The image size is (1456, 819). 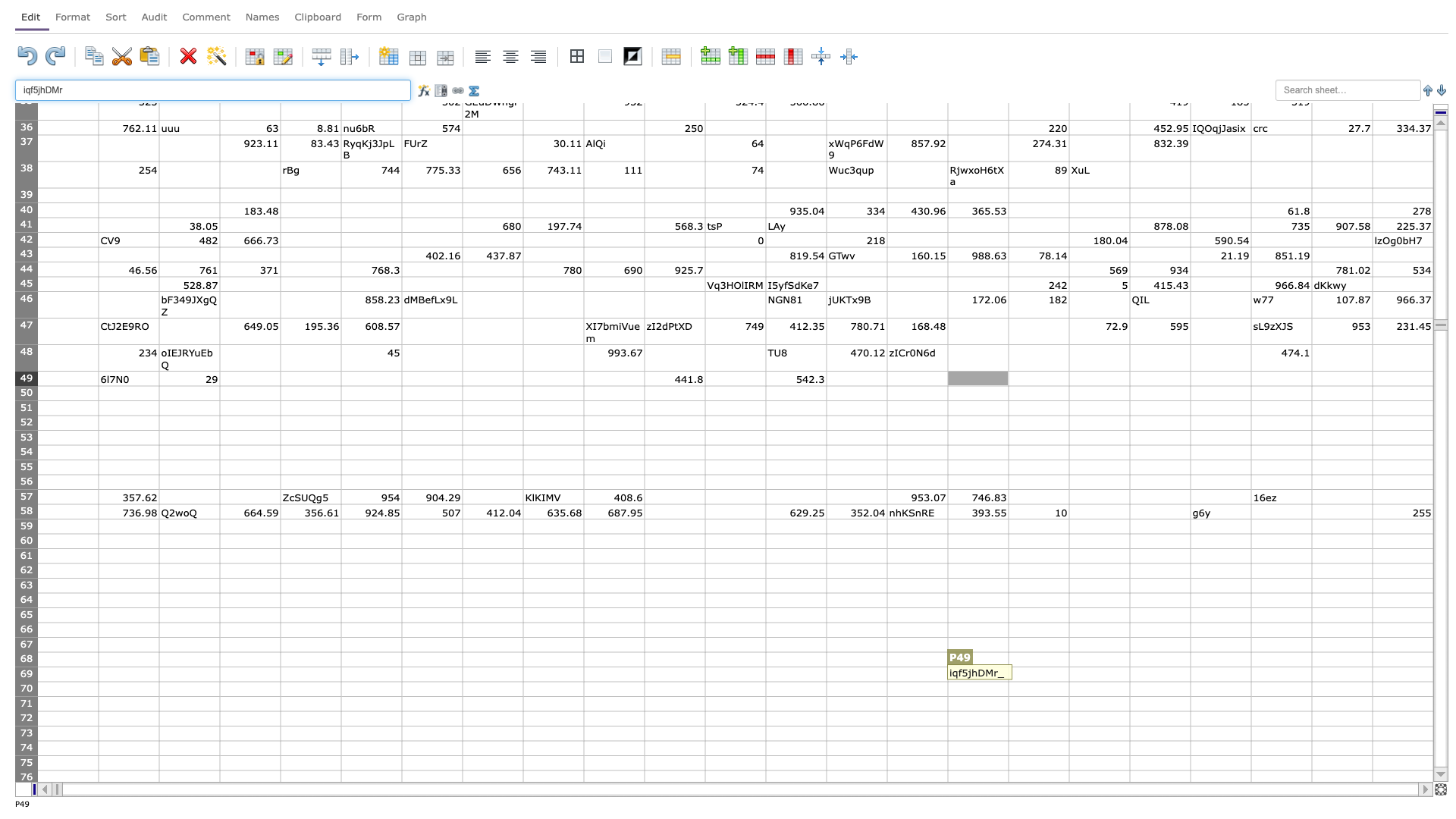 What do you see at coordinates (1068, 680) in the screenshot?
I see `Fill handle point of Q-69` at bounding box center [1068, 680].